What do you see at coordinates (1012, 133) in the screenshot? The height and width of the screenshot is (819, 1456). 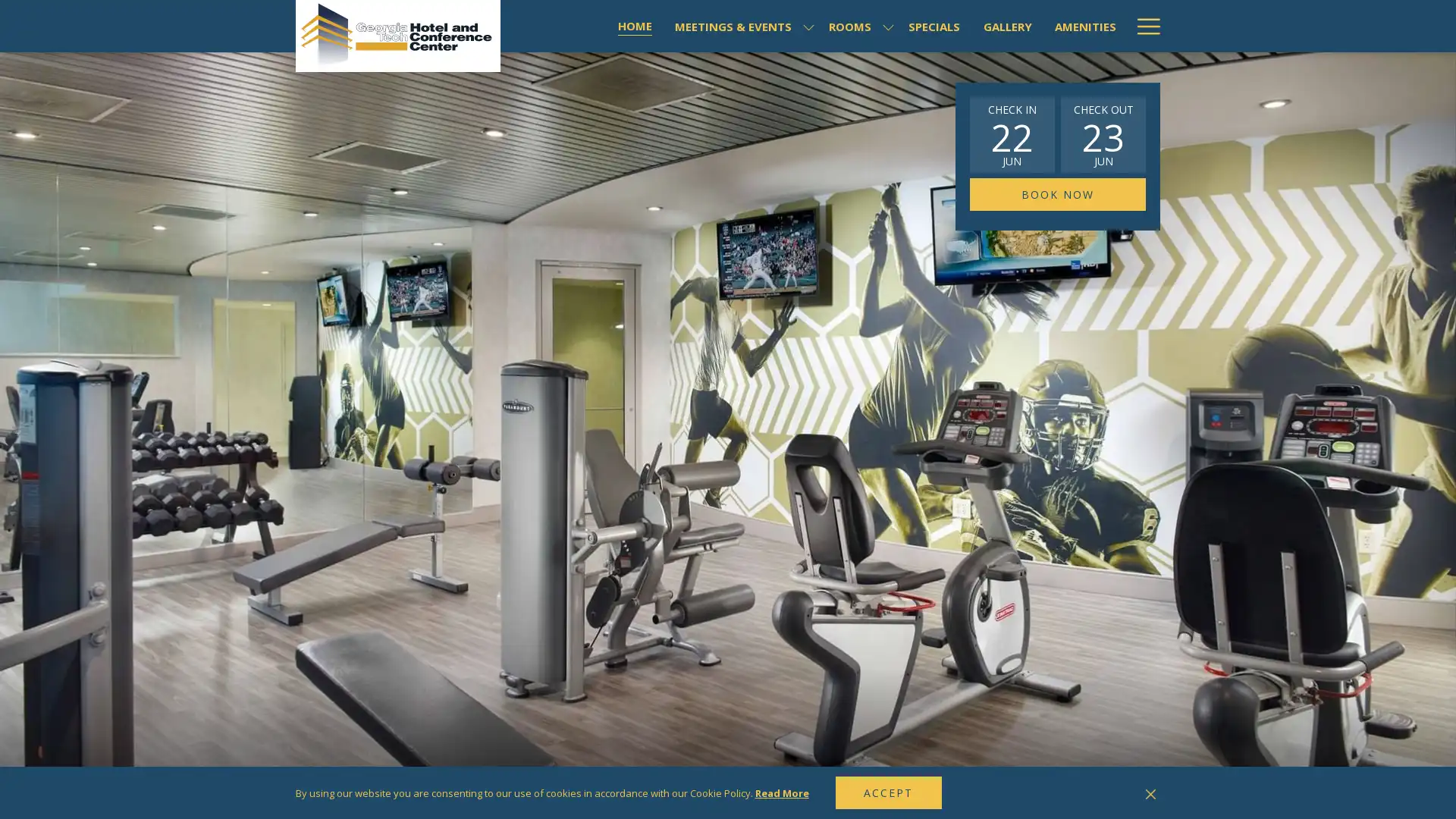 I see `This button opens the calendar to select check in date.` at bounding box center [1012, 133].